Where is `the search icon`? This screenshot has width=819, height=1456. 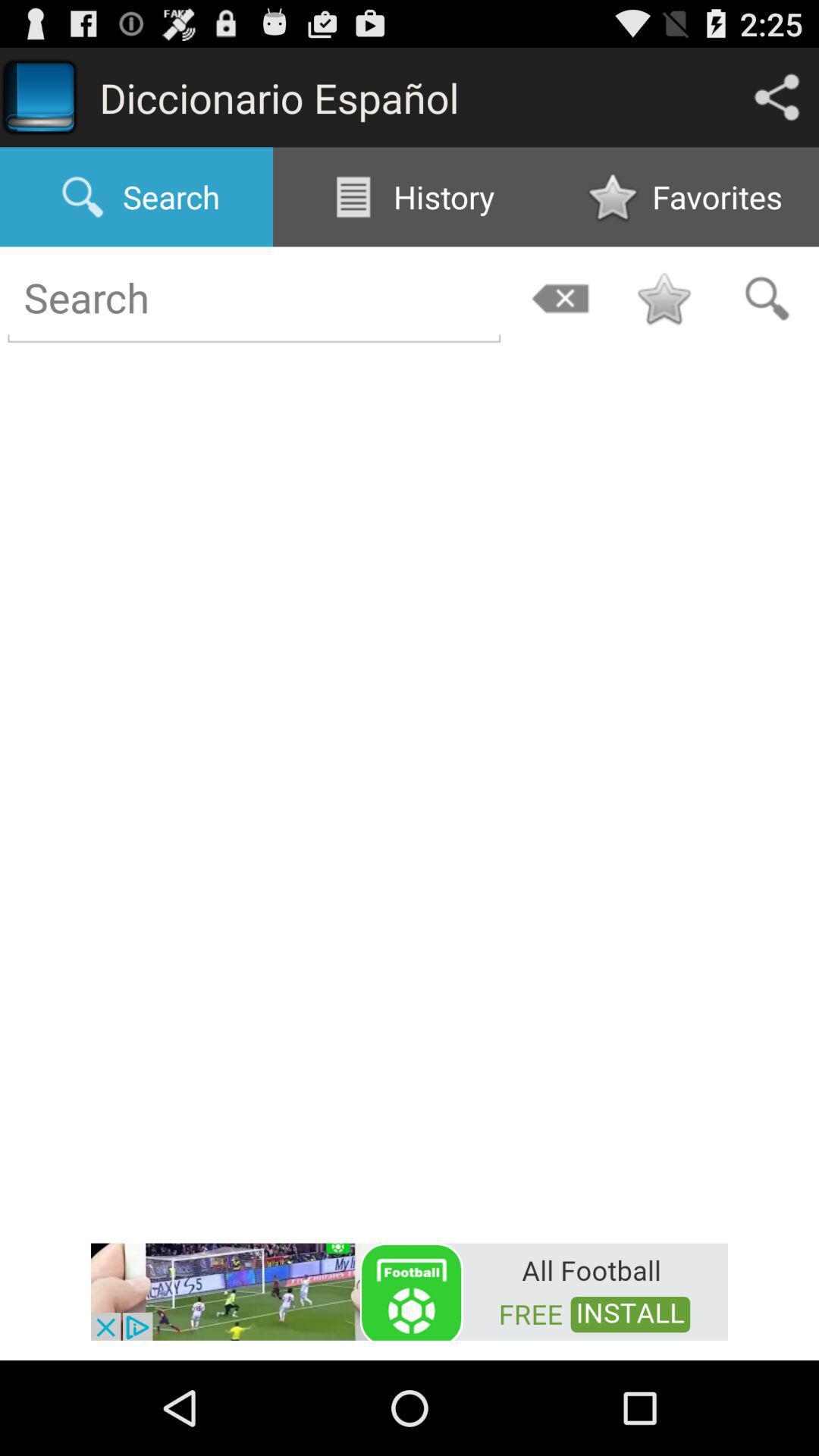
the search icon is located at coordinates (767, 318).